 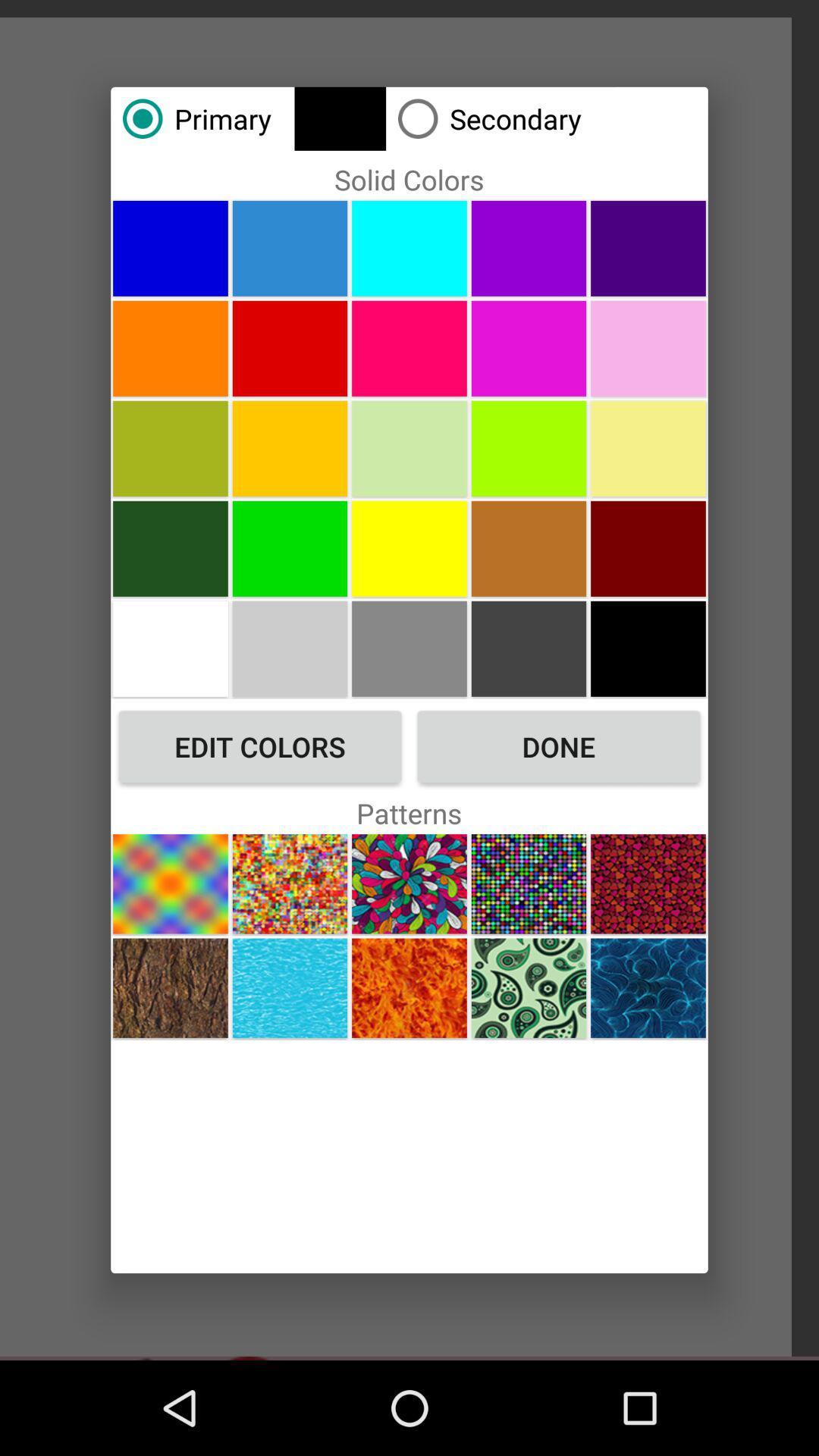 I want to click on the icon above patterns, so click(x=259, y=746).